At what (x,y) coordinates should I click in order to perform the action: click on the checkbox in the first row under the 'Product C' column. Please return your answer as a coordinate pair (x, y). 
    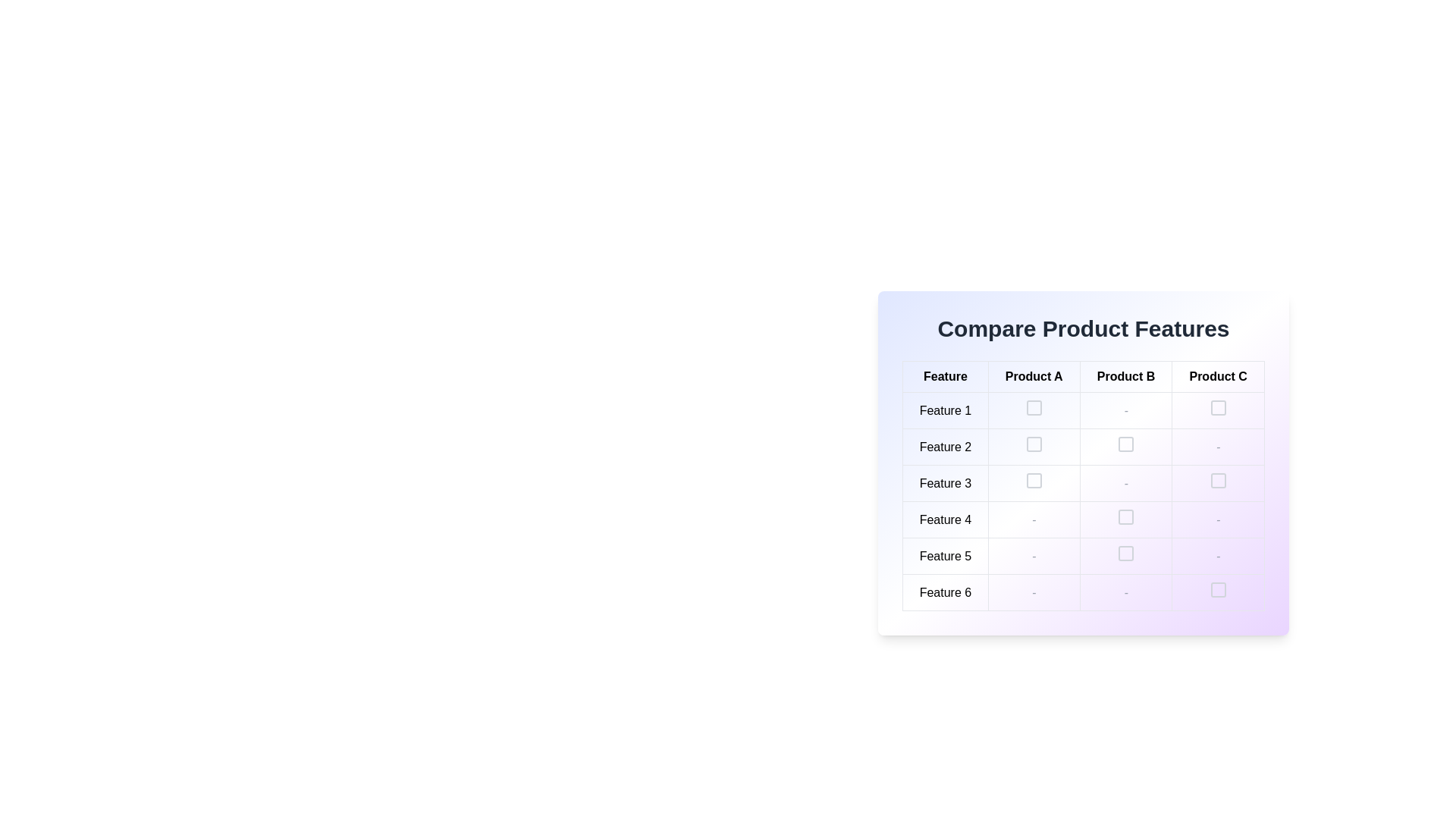
    Looking at the image, I should click on (1218, 406).